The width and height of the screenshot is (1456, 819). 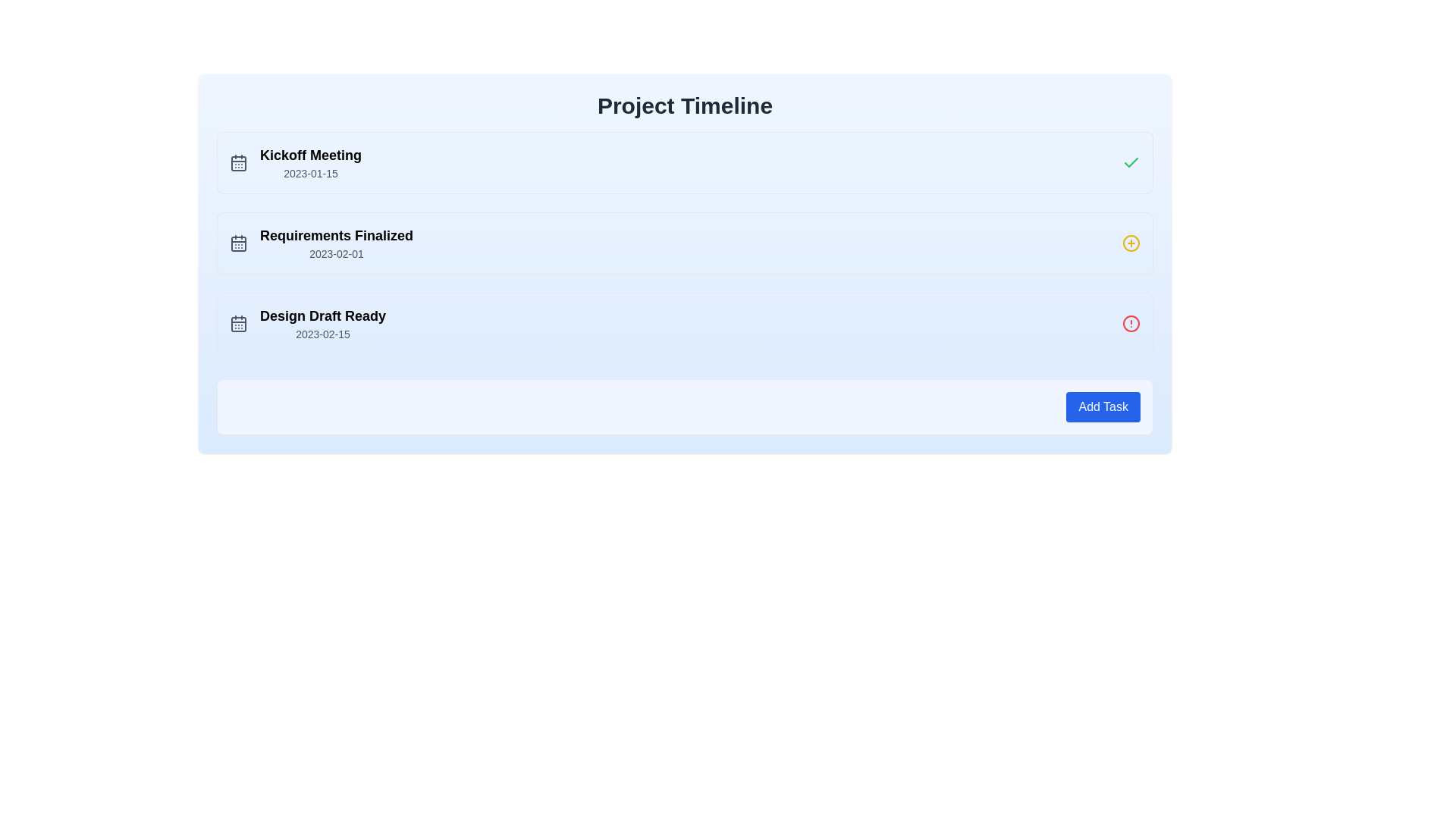 I want to click on the calendar icon, which is a simplified depiction of a calendar with rounded edges, located at the leftmost edge of the row containing the 'Design Draft Ready' task, so click(x=238, y=323).